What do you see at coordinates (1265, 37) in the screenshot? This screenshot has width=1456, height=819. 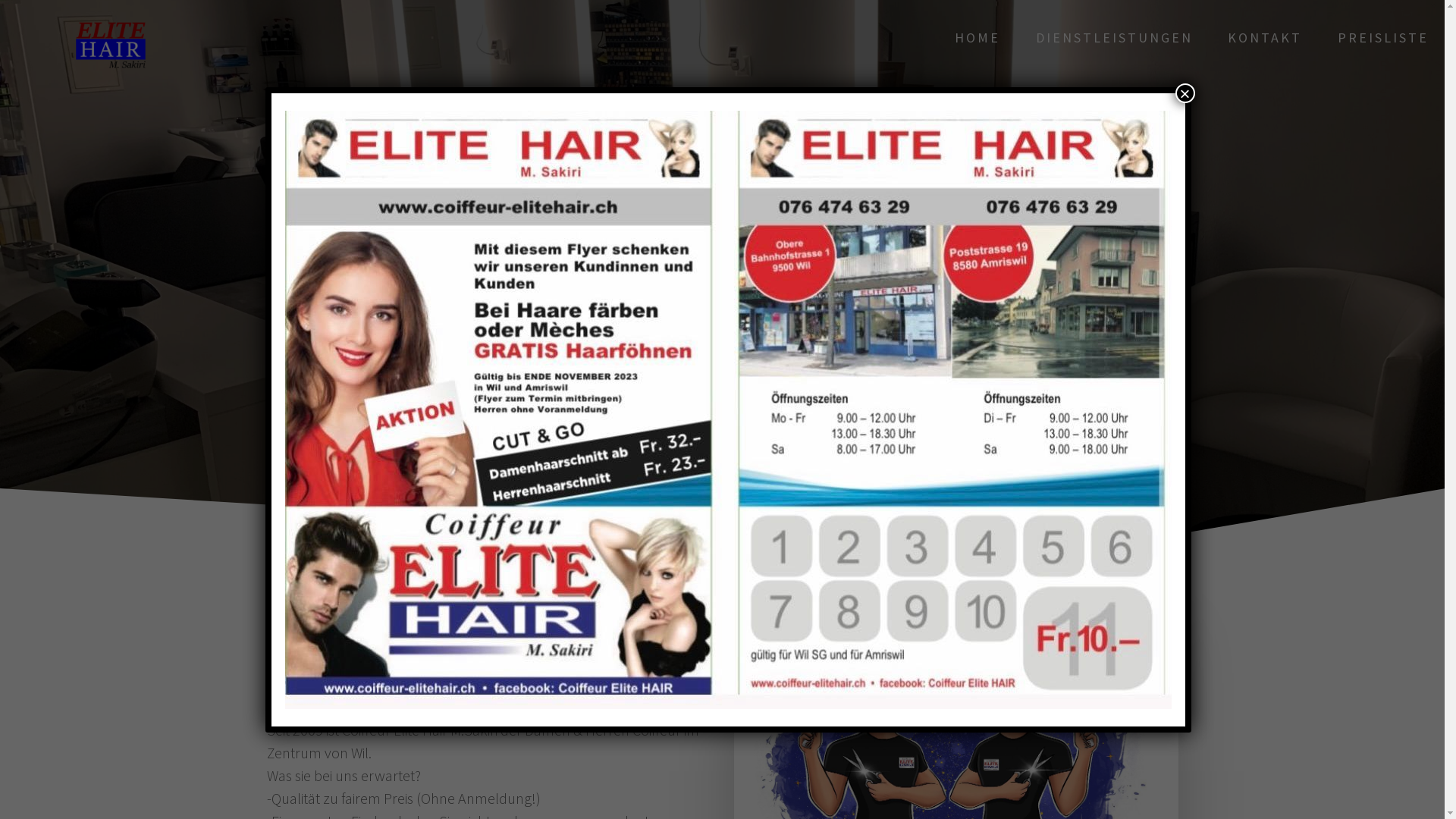 I see `'KONTAKT'` at bounding box center [1265, 37].